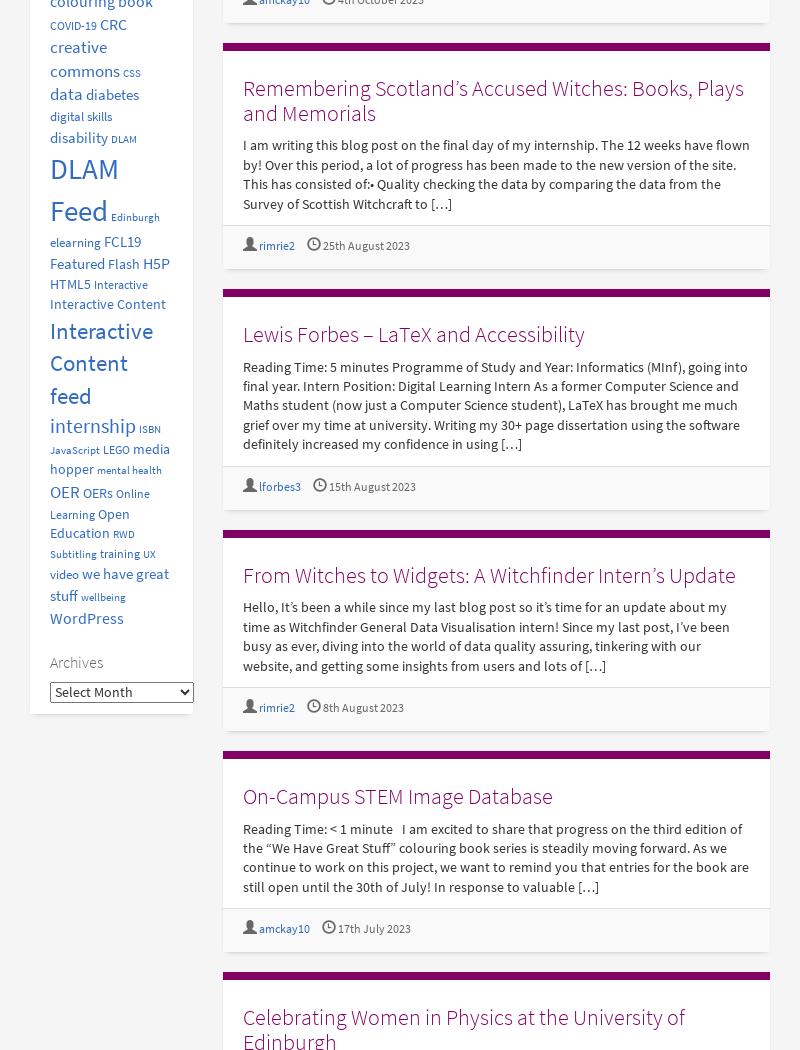 This screenshot has height=1050, width=800. Describe the element at coordinates (119, 553) in the screenshot. I see `'training'` at that location.